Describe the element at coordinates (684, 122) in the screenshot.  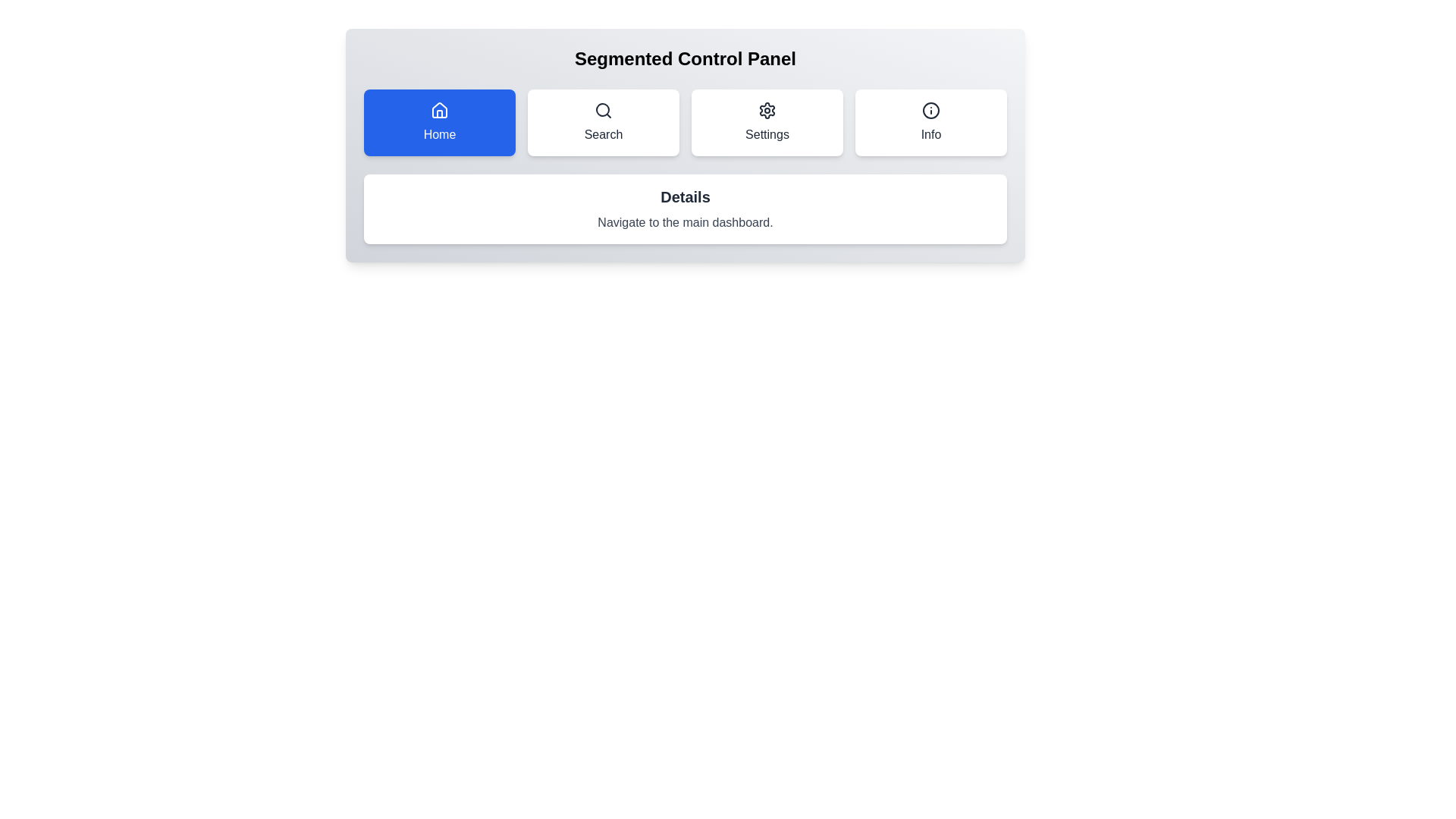
I see `a button in the Navigation bar located beneath the heading 'Segmented Control Panel'` at that location.